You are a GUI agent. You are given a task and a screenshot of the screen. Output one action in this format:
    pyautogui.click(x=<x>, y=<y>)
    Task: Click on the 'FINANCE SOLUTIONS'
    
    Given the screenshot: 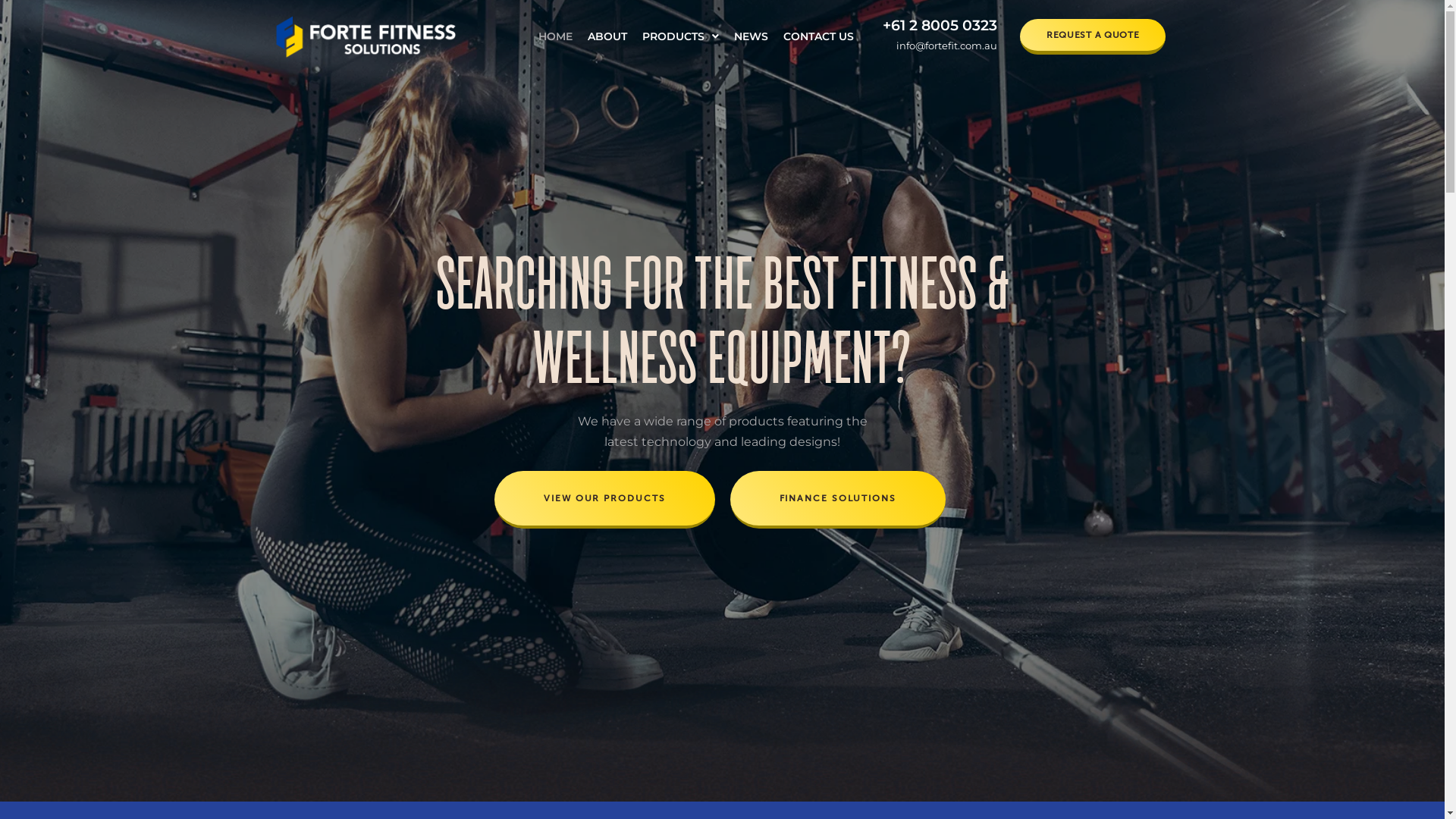 What is the action you would take?
    pyautogui.click(x=836, y=500)
    